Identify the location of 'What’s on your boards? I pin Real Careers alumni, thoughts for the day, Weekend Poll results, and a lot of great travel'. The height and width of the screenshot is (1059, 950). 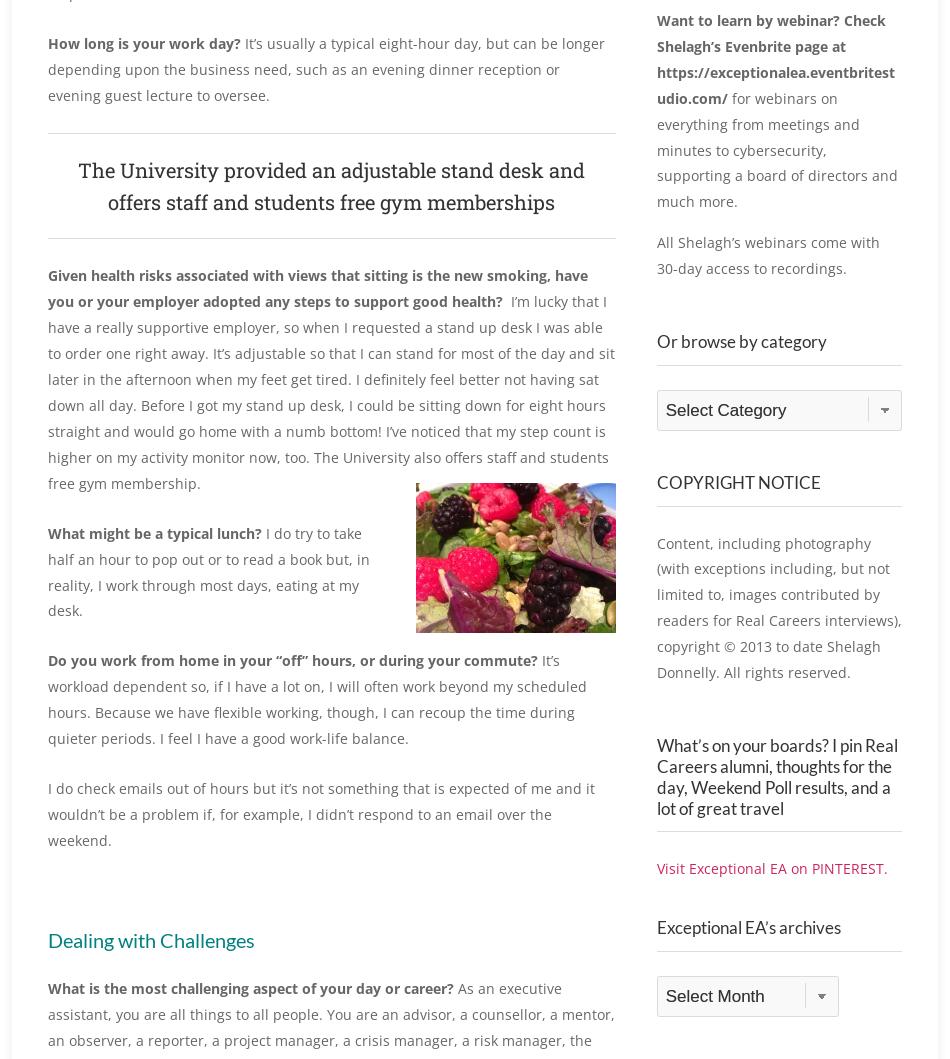
(655, 797).